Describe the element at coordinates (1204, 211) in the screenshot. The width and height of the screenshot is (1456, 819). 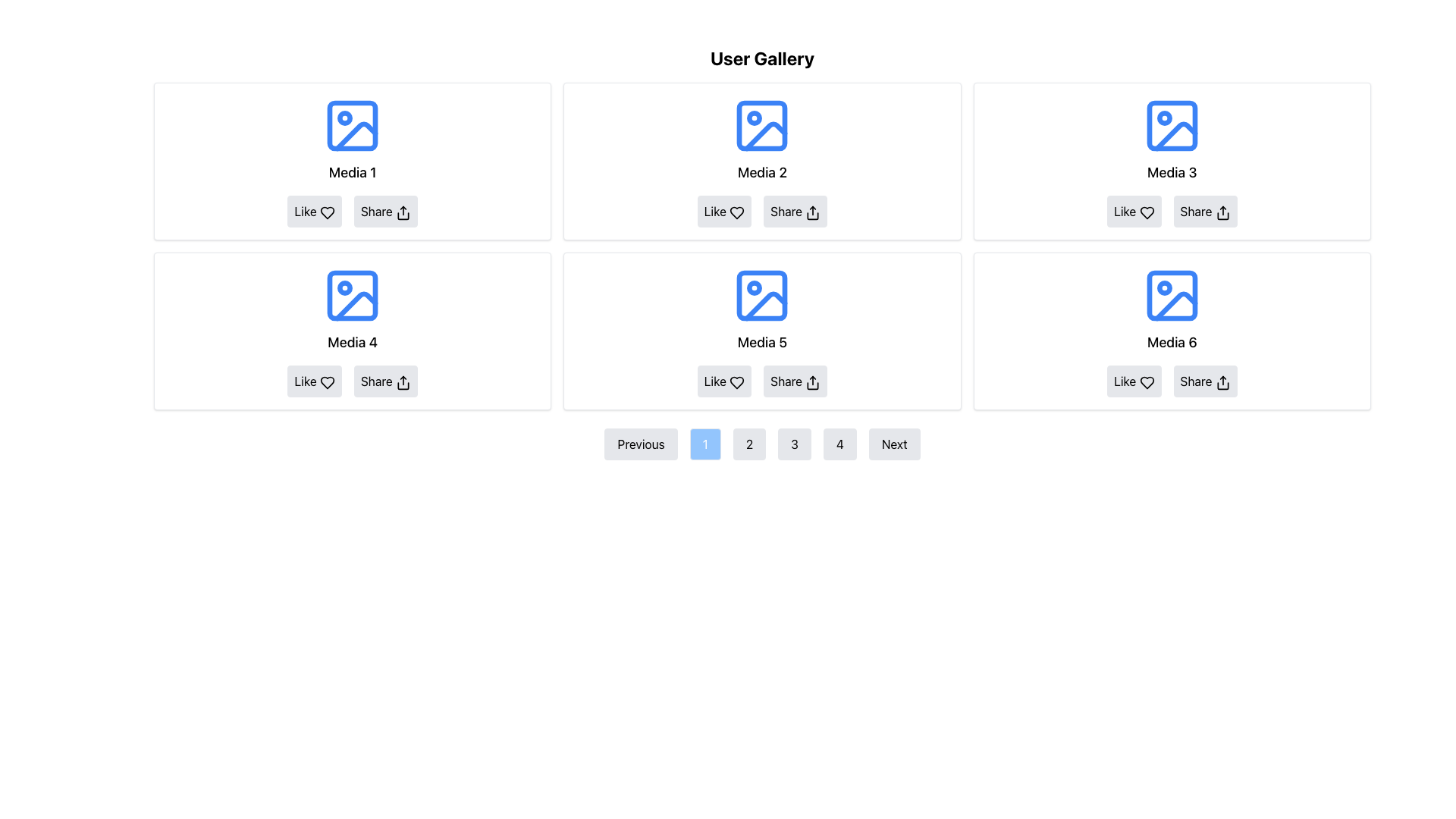
I see `the 'Share' button, which is a rectangular button with a gray background and a share icon, located below 'Media 3'` at that location.